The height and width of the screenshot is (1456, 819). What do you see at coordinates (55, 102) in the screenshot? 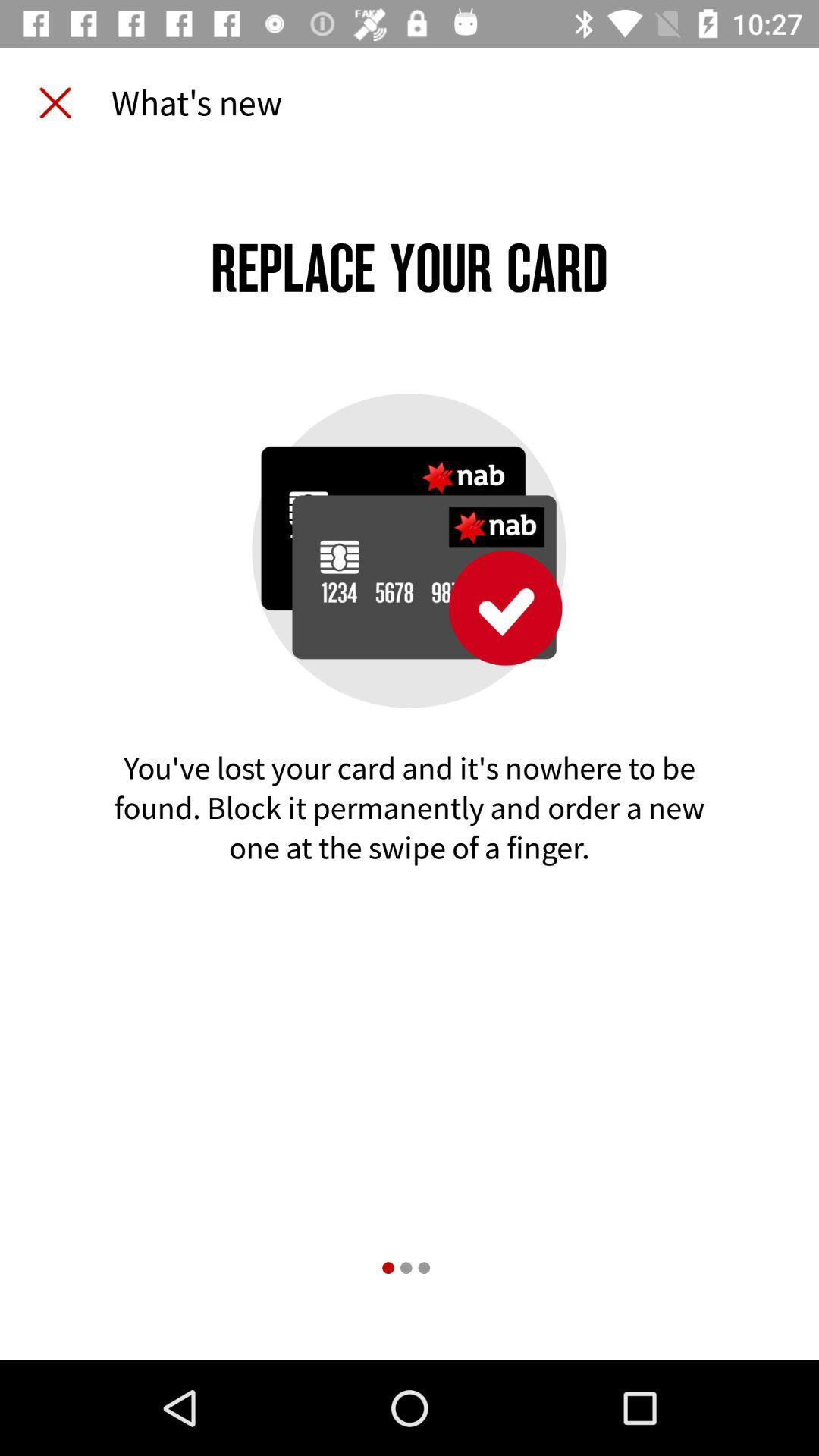
I see `item above replace your card` at bounding box center [55, 102].